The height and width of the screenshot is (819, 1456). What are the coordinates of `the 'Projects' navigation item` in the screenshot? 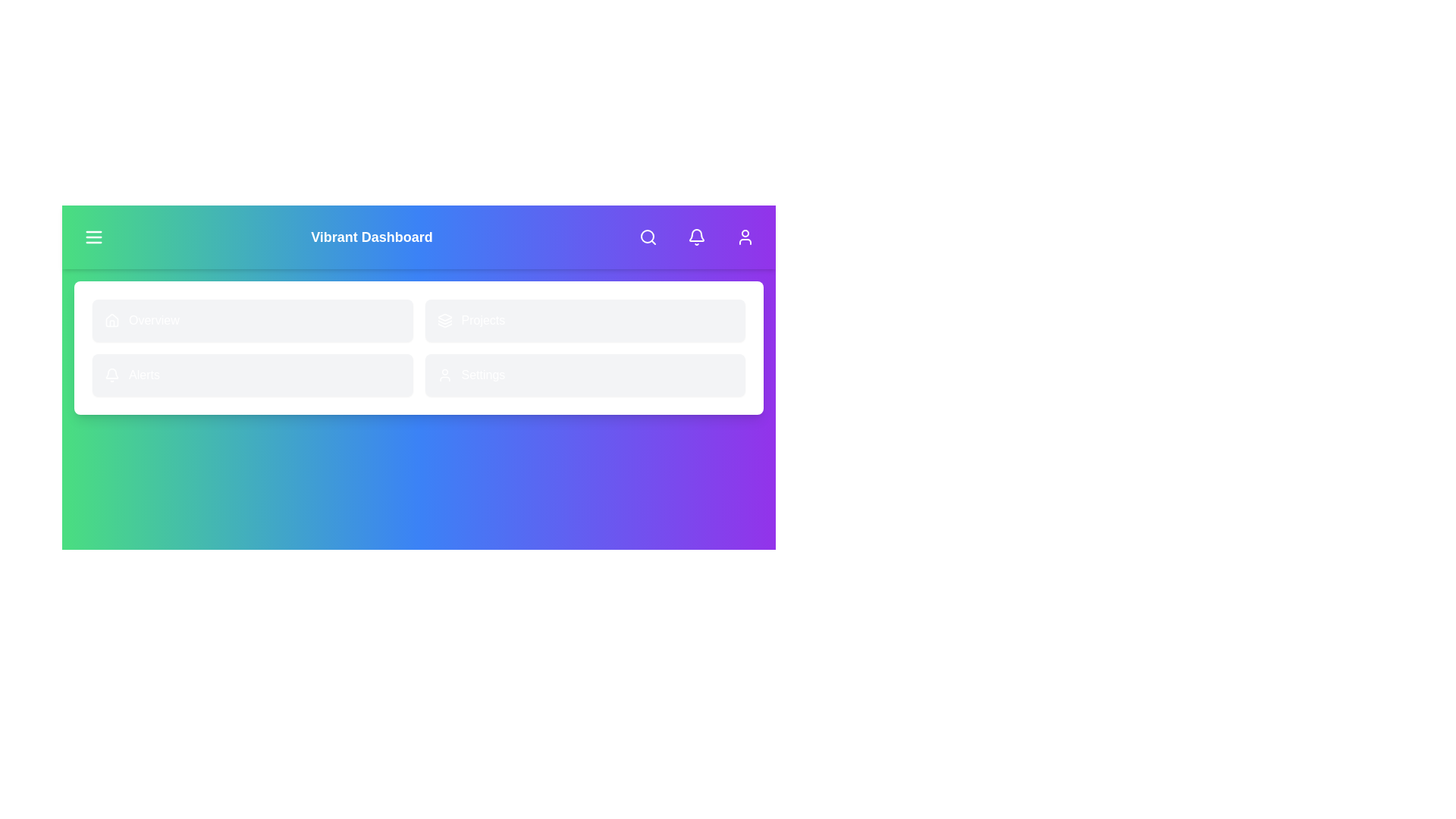 It's located at (584, 320).